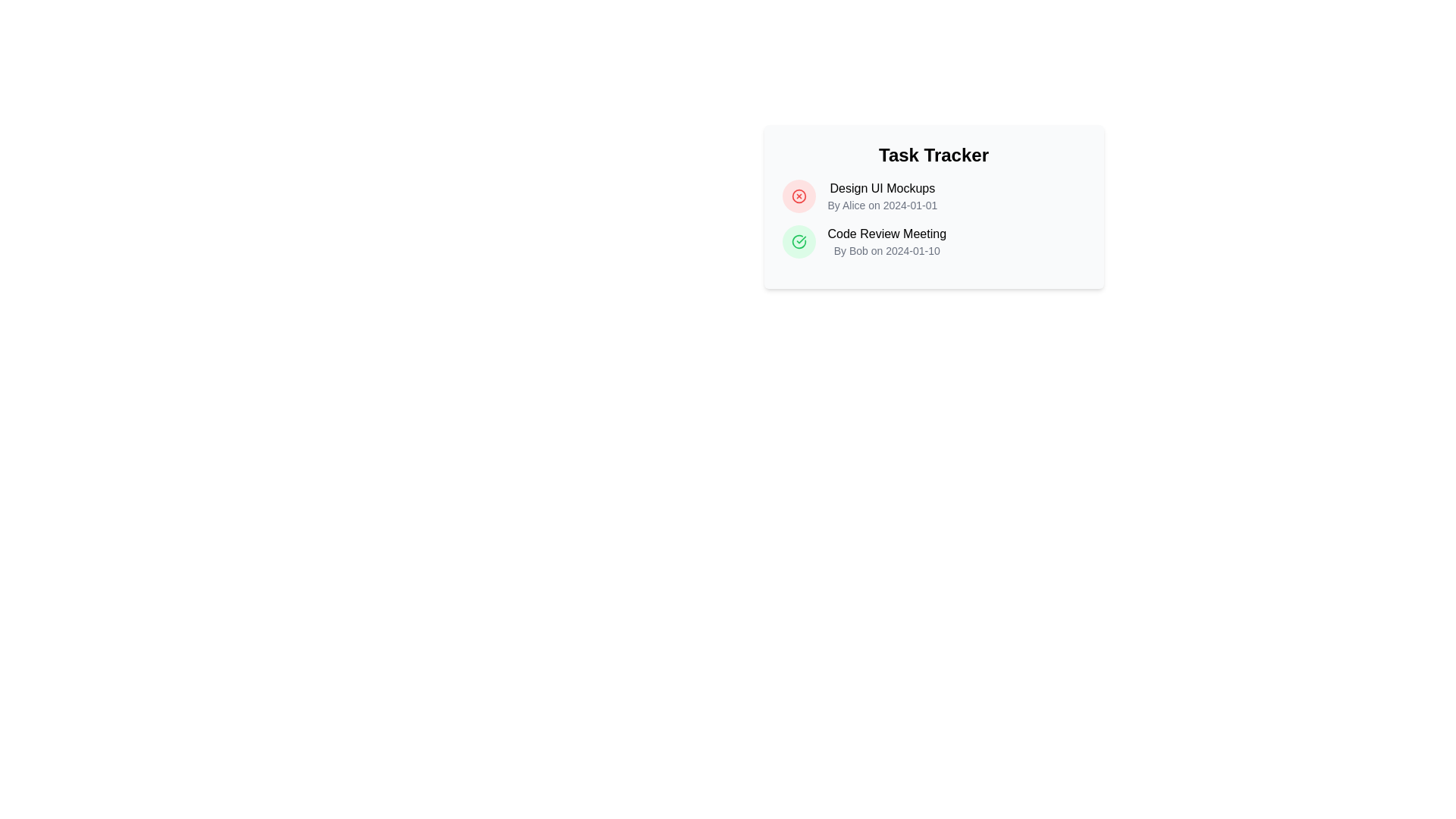 The image size is (1456, 819). Describe the element at coordinates (882, 195) in the screenshot. I see `and copy the text from the first task item in the task tracker interface, which is located to the right of a red circular icon` at that location.